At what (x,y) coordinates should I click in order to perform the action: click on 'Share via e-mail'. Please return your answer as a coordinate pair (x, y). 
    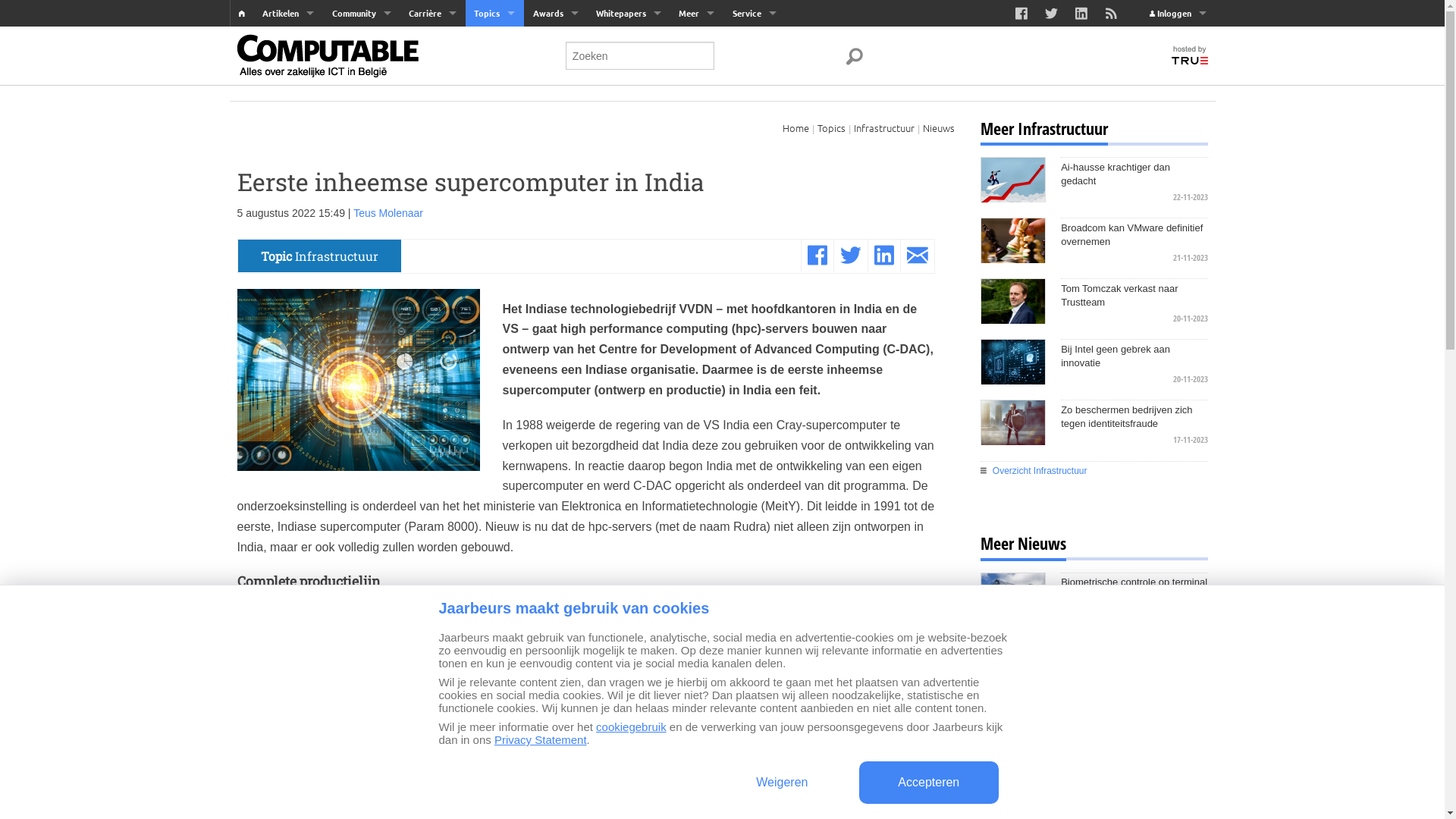
    Looking at the image, I should click on (906, 255).